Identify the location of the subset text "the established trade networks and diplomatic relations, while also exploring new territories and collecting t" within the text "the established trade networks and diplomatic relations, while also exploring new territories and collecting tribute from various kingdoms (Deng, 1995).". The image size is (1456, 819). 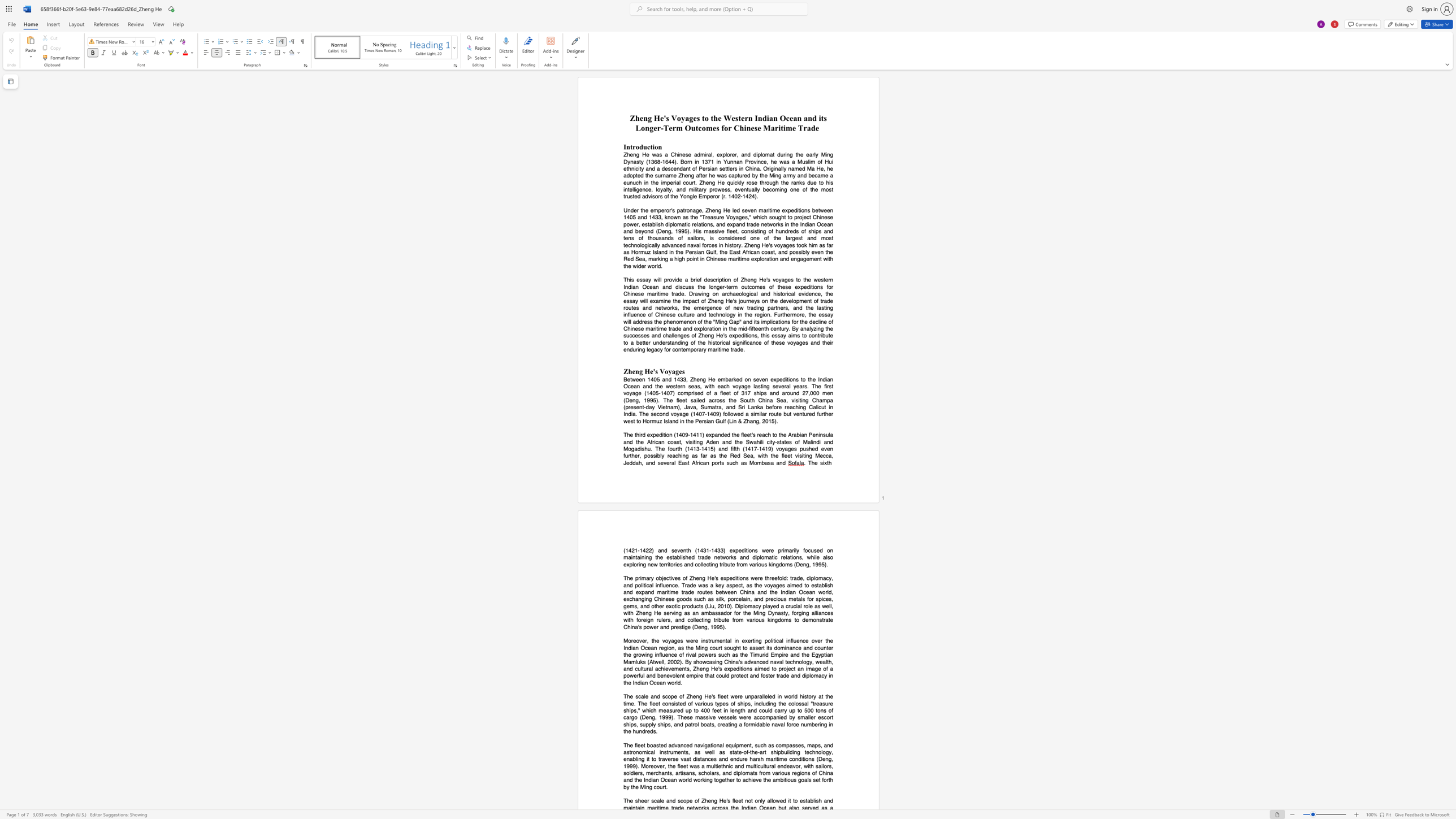
(655, 557).